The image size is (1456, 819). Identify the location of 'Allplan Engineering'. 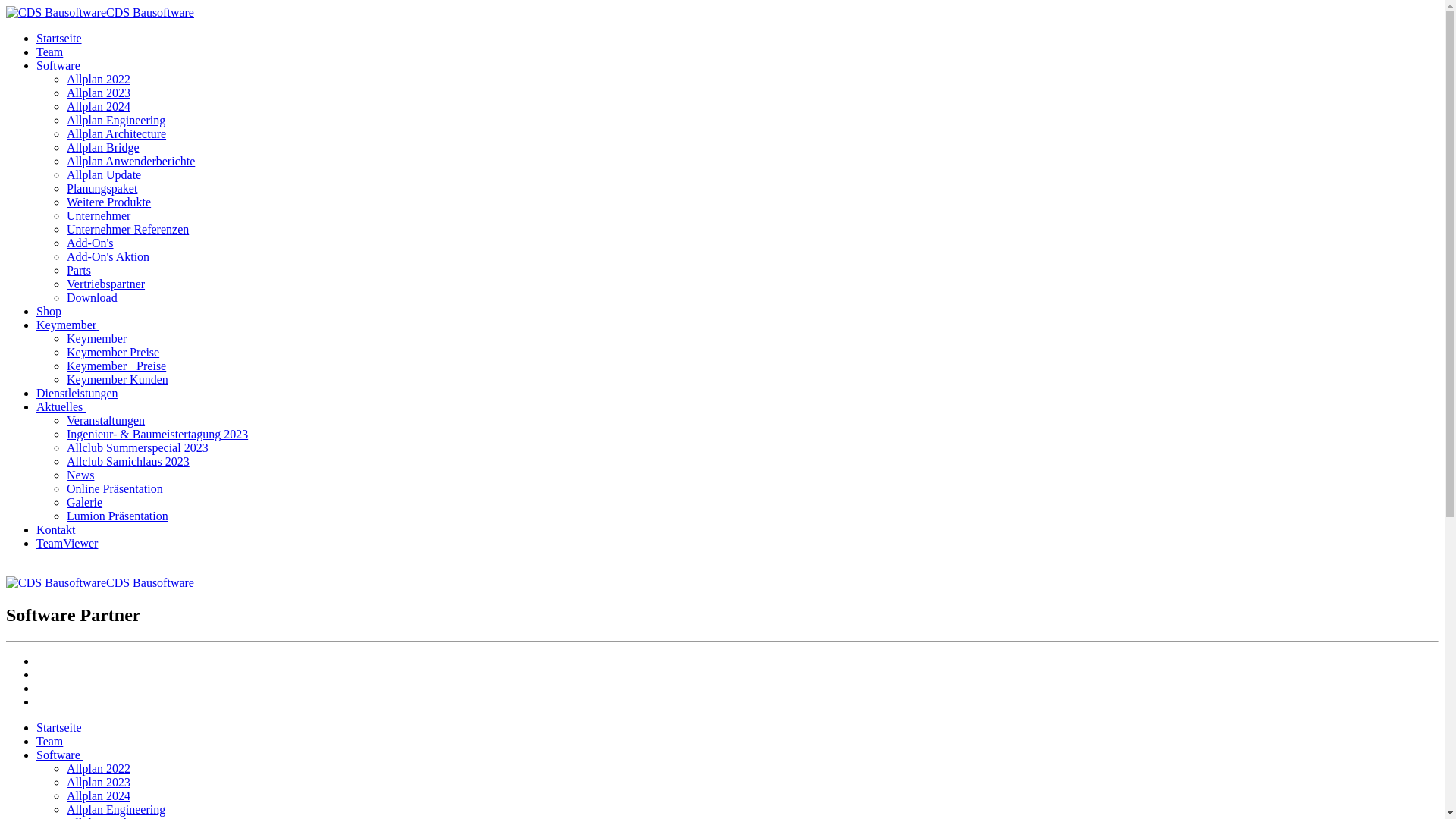
(115, 119).